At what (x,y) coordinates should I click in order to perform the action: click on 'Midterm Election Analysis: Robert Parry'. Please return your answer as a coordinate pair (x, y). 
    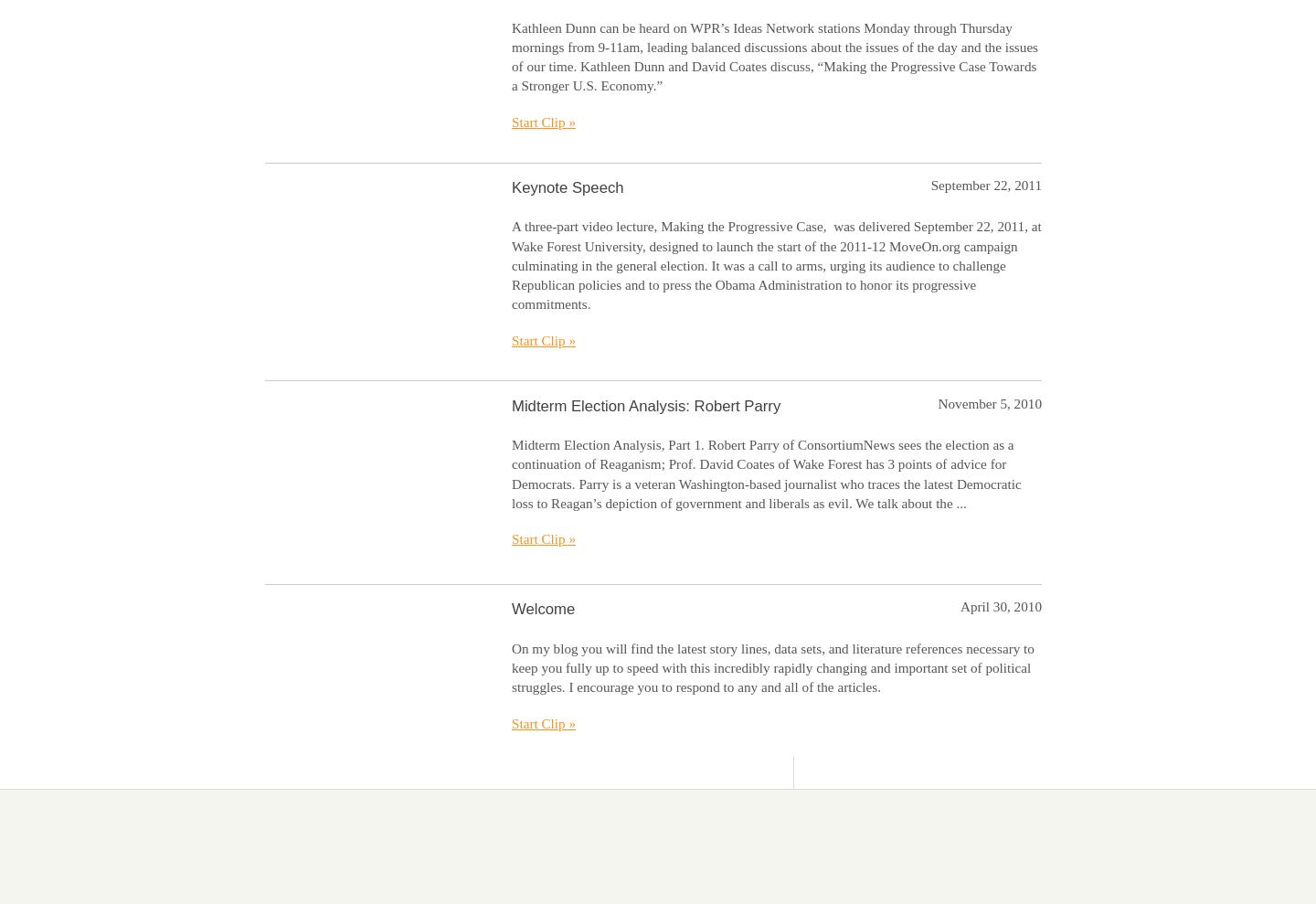
    Looking at the image, I should click on (646, 404).